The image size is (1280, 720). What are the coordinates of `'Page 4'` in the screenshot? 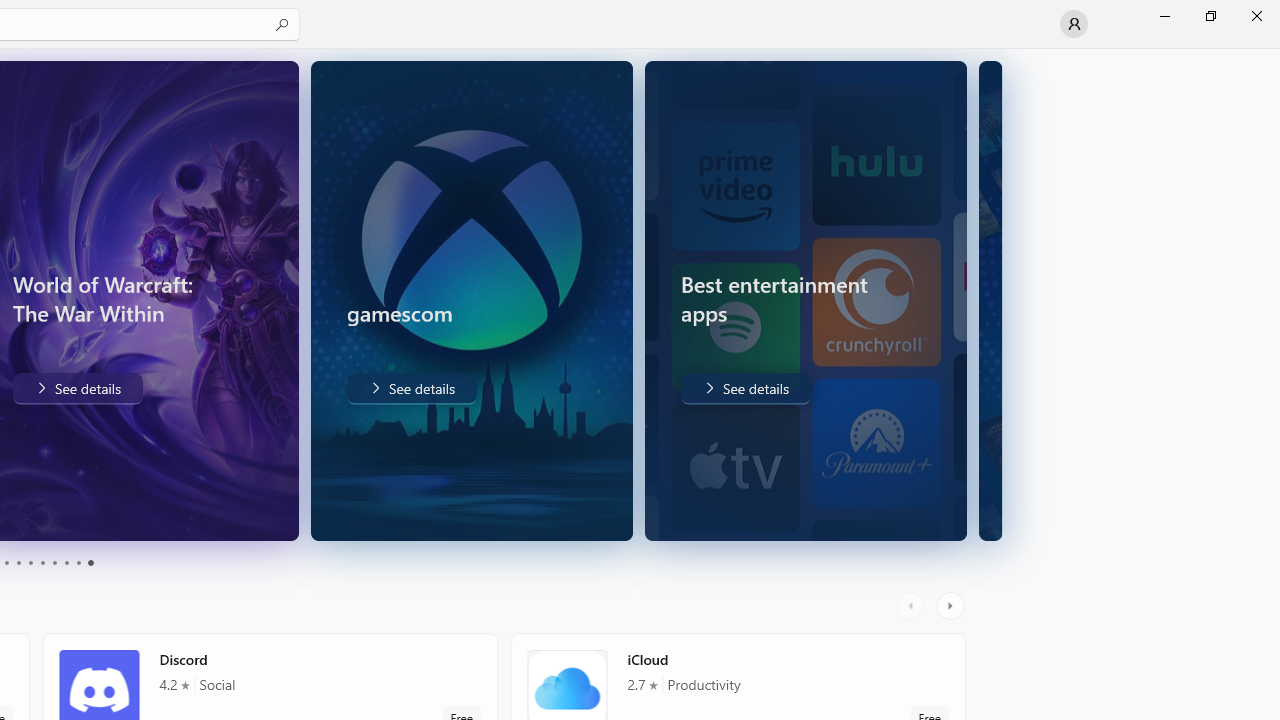 It's located at (17, 563).